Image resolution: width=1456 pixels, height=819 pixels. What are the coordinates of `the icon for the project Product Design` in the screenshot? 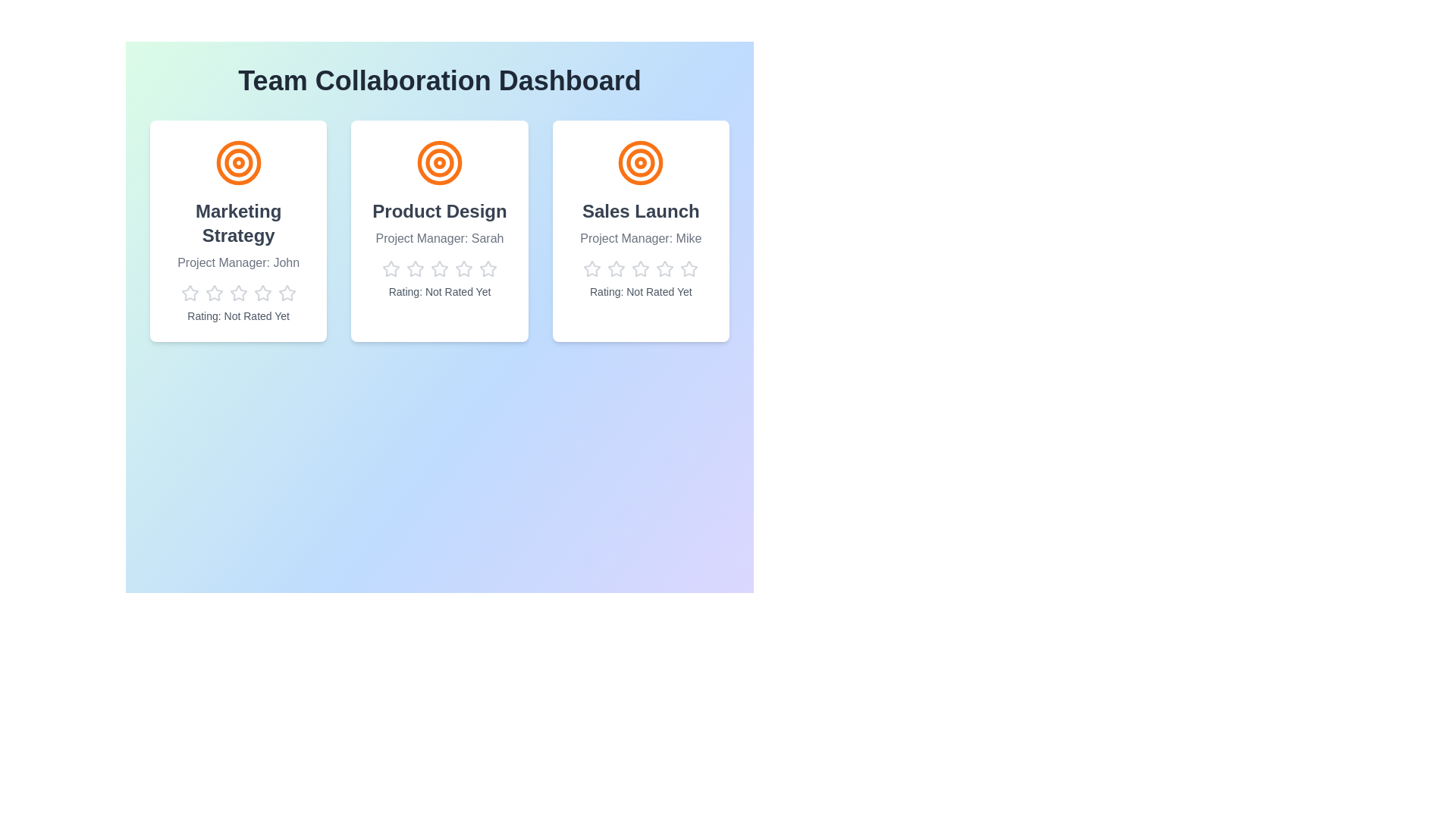 It's located at (438, 163).